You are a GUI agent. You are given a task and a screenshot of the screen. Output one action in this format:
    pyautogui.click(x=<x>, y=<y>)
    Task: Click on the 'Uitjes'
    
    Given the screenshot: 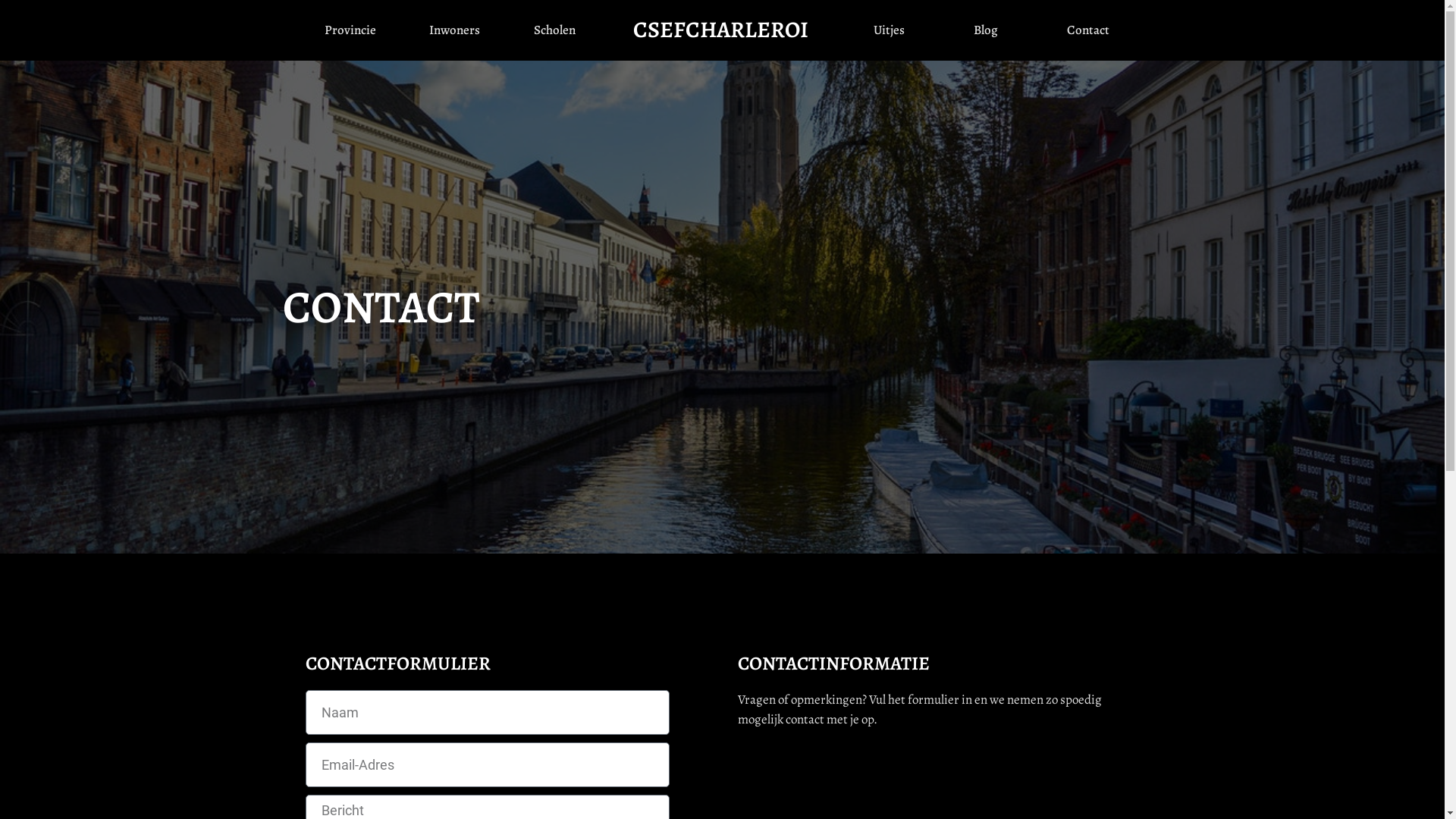 What is the action you would take?
    pyautogui.click(x=889, y=30)
    